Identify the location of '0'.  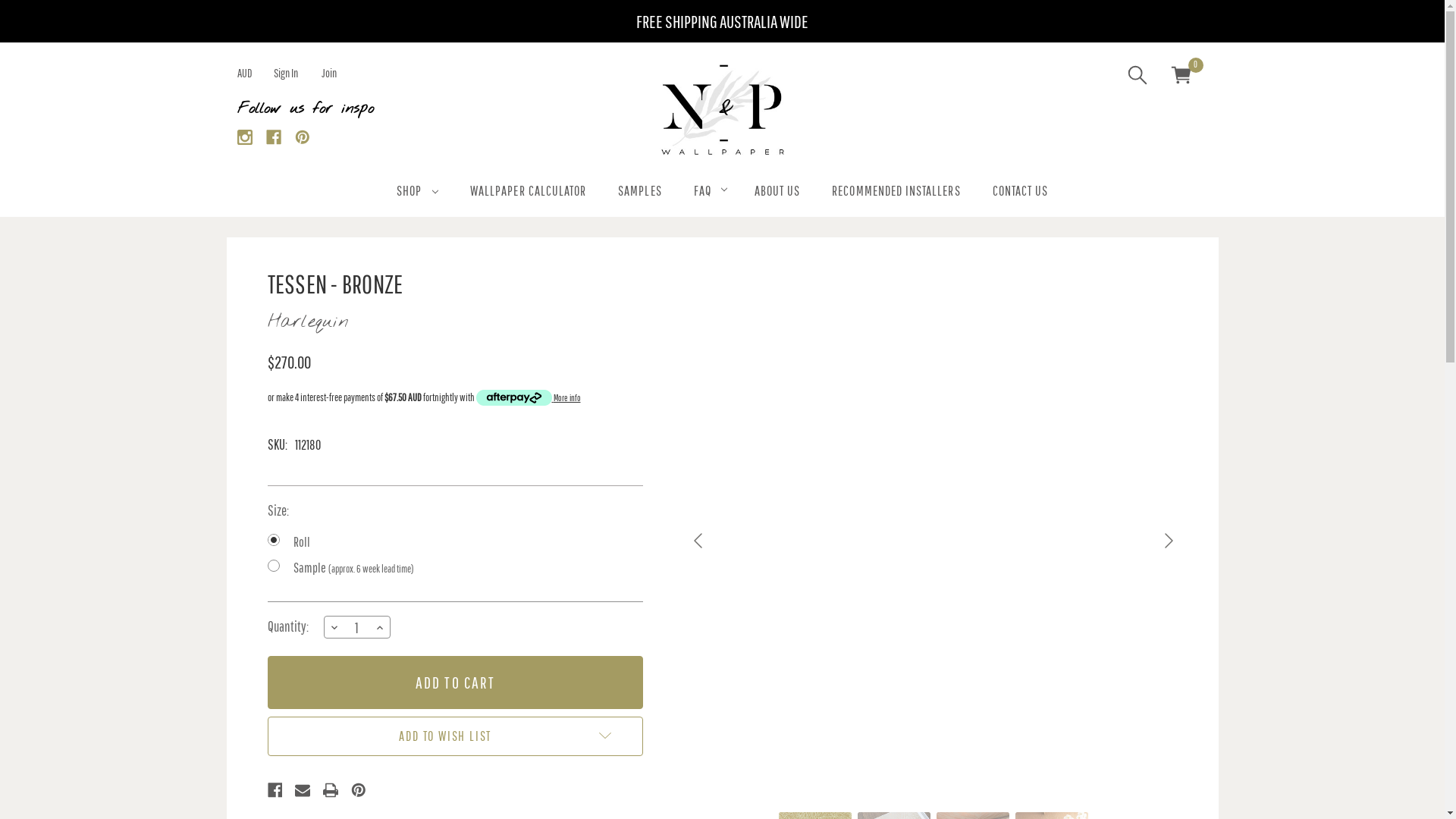
(1179, 77).